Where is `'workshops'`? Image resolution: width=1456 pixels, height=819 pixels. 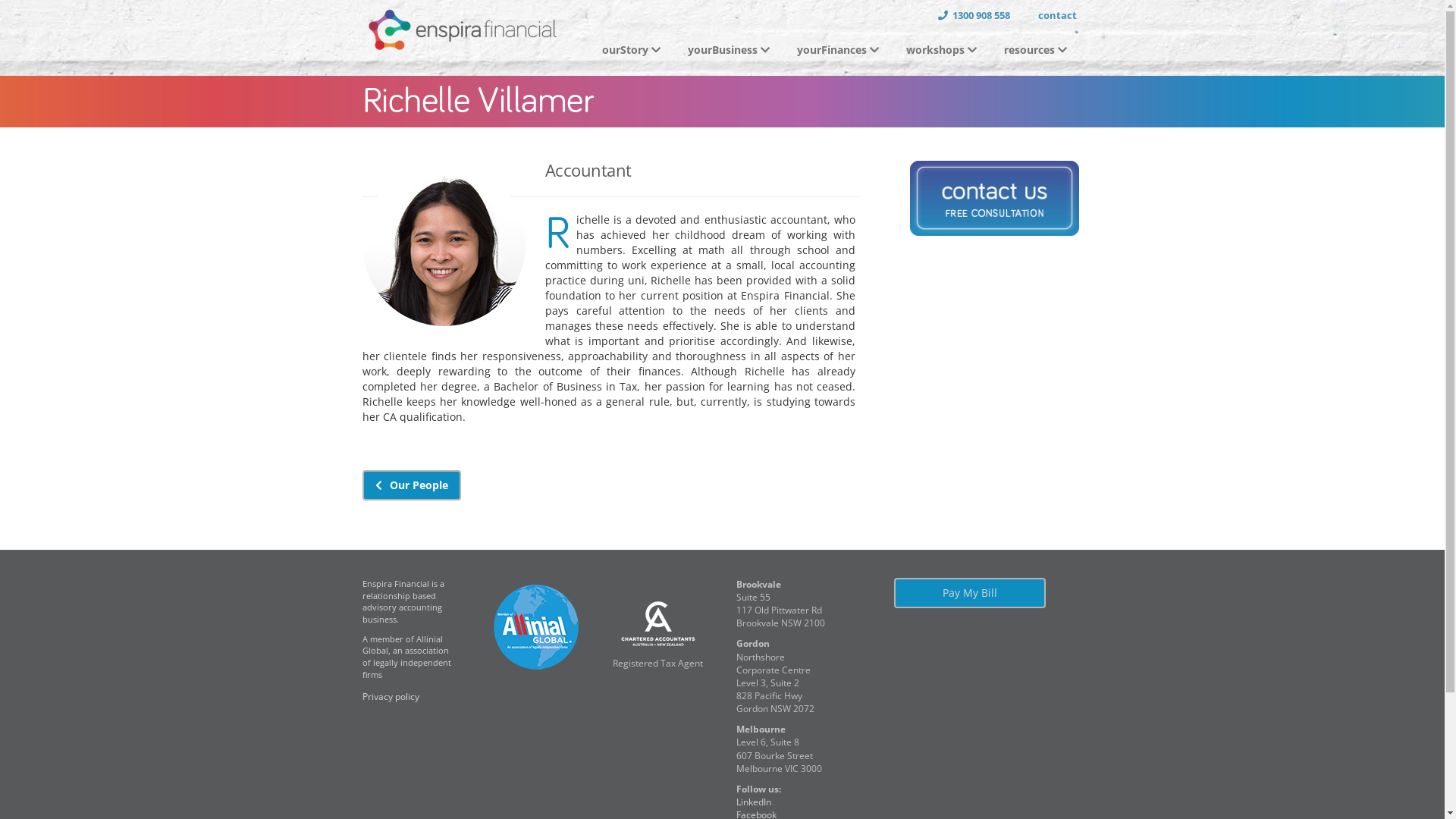
'workshops' is located at coordinates (942, 49).